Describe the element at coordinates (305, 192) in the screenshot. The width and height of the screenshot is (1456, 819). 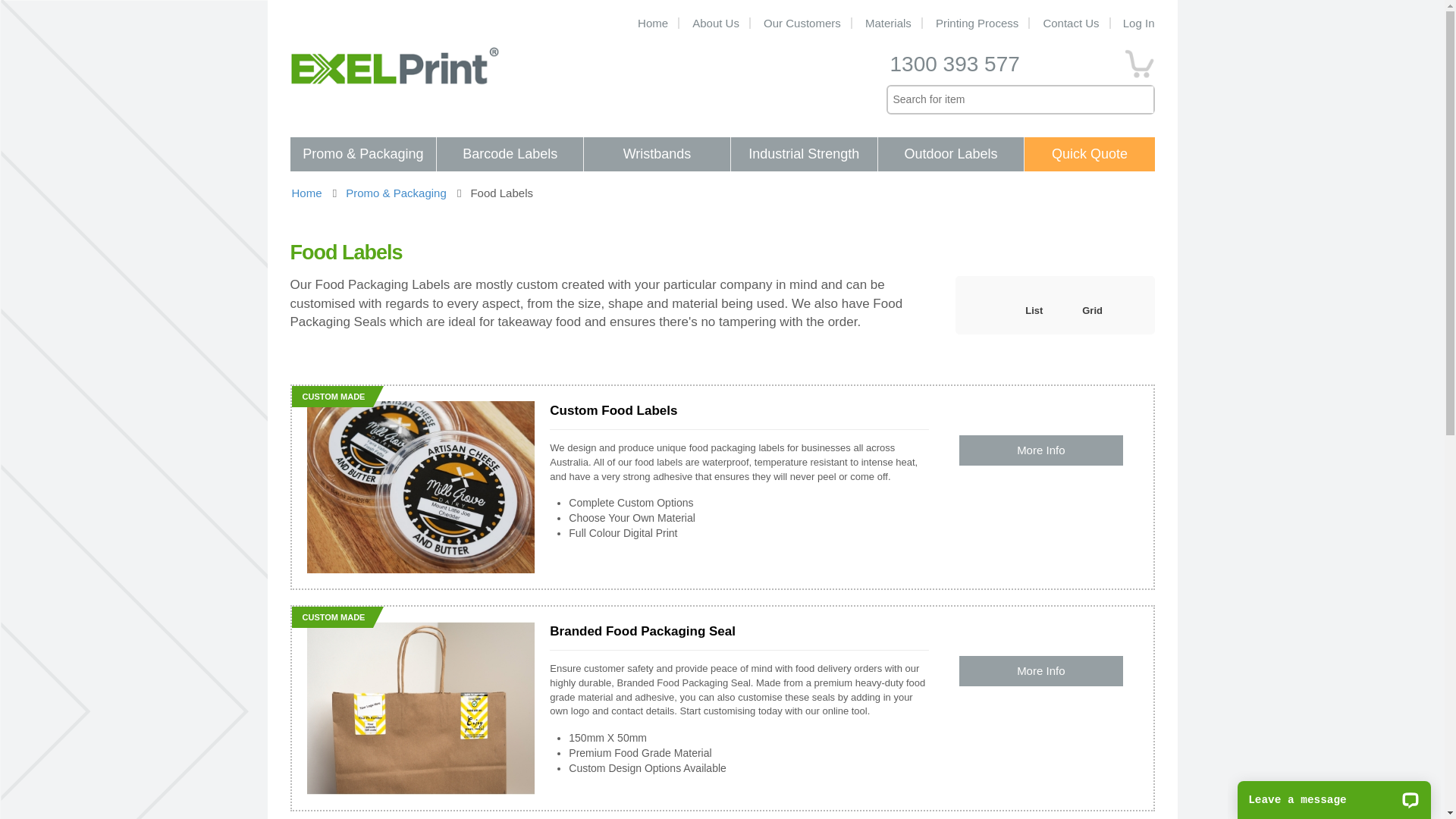
I see `'Home'` at that location.